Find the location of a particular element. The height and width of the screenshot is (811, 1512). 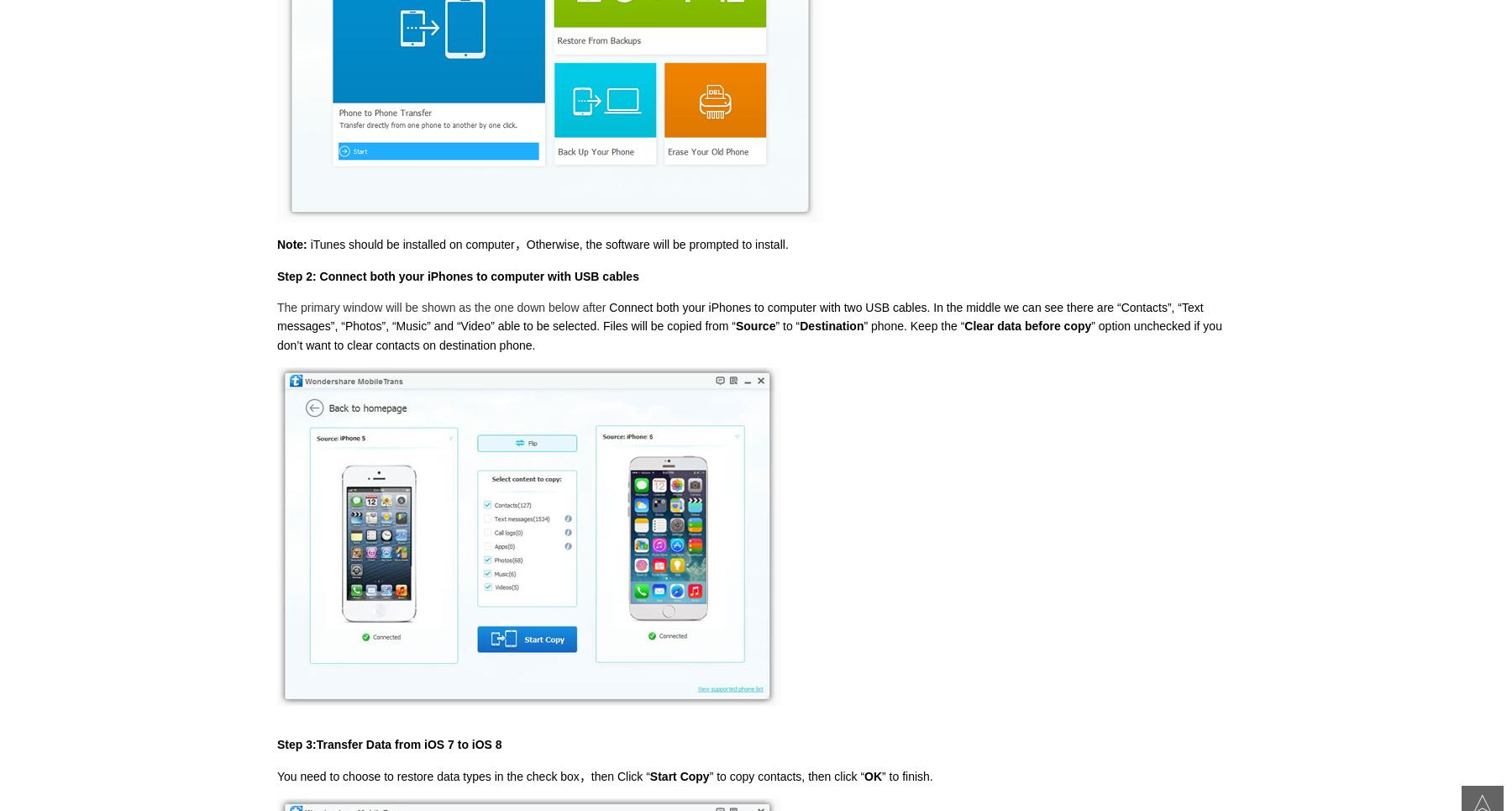

'” phone. Keep the “' is located at coordinates (913, 325).